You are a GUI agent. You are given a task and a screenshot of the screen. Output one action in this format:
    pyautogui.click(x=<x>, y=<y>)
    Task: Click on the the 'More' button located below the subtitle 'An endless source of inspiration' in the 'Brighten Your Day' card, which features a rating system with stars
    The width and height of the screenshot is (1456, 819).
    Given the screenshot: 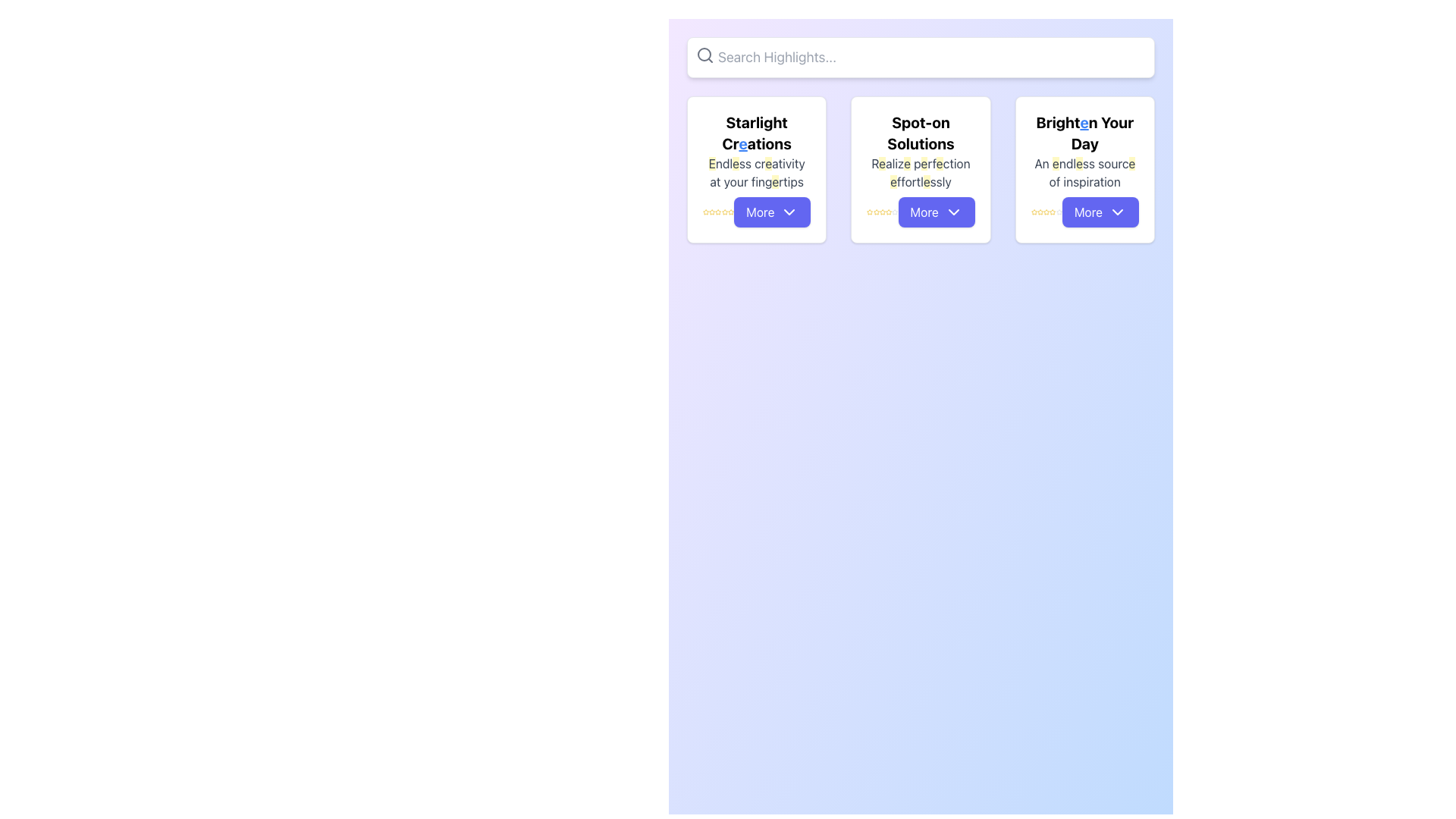 What is the action you would take?
    pyautogui.click(x=1084, y=212)
    